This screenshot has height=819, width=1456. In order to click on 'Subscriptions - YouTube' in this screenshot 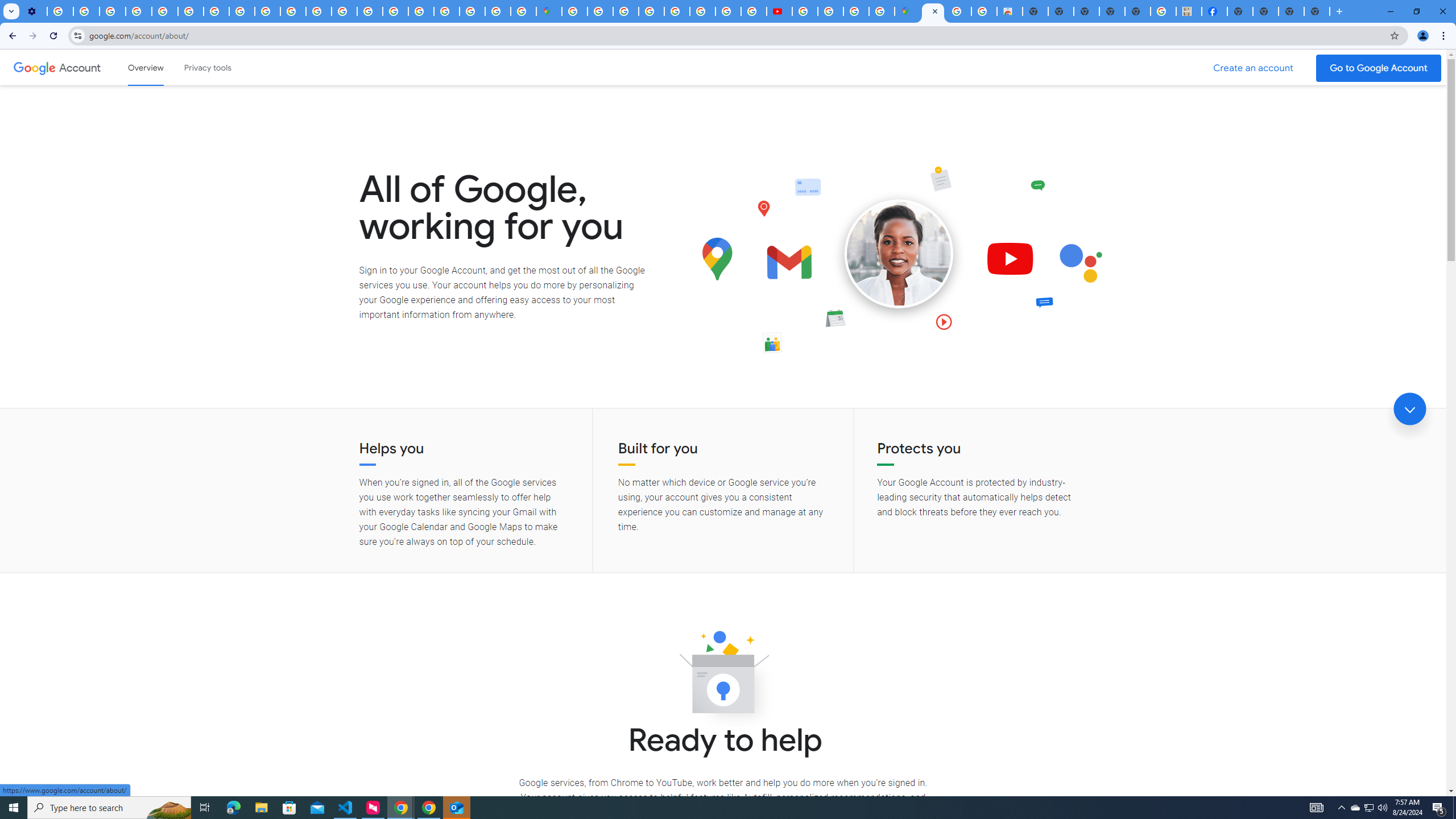, I will do `click(779, 11)`.